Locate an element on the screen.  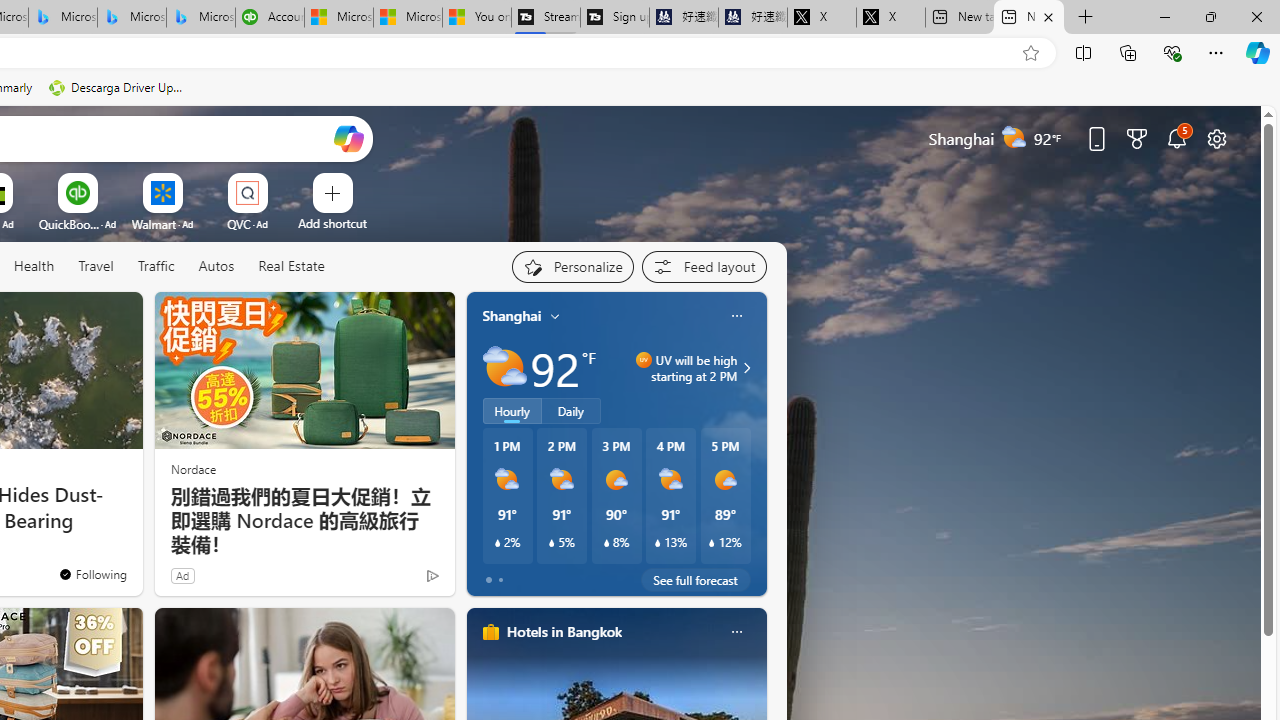
'Accounting Software for Accountants, CPAs and Bookkeepers' is located at coordinates (269, 17).